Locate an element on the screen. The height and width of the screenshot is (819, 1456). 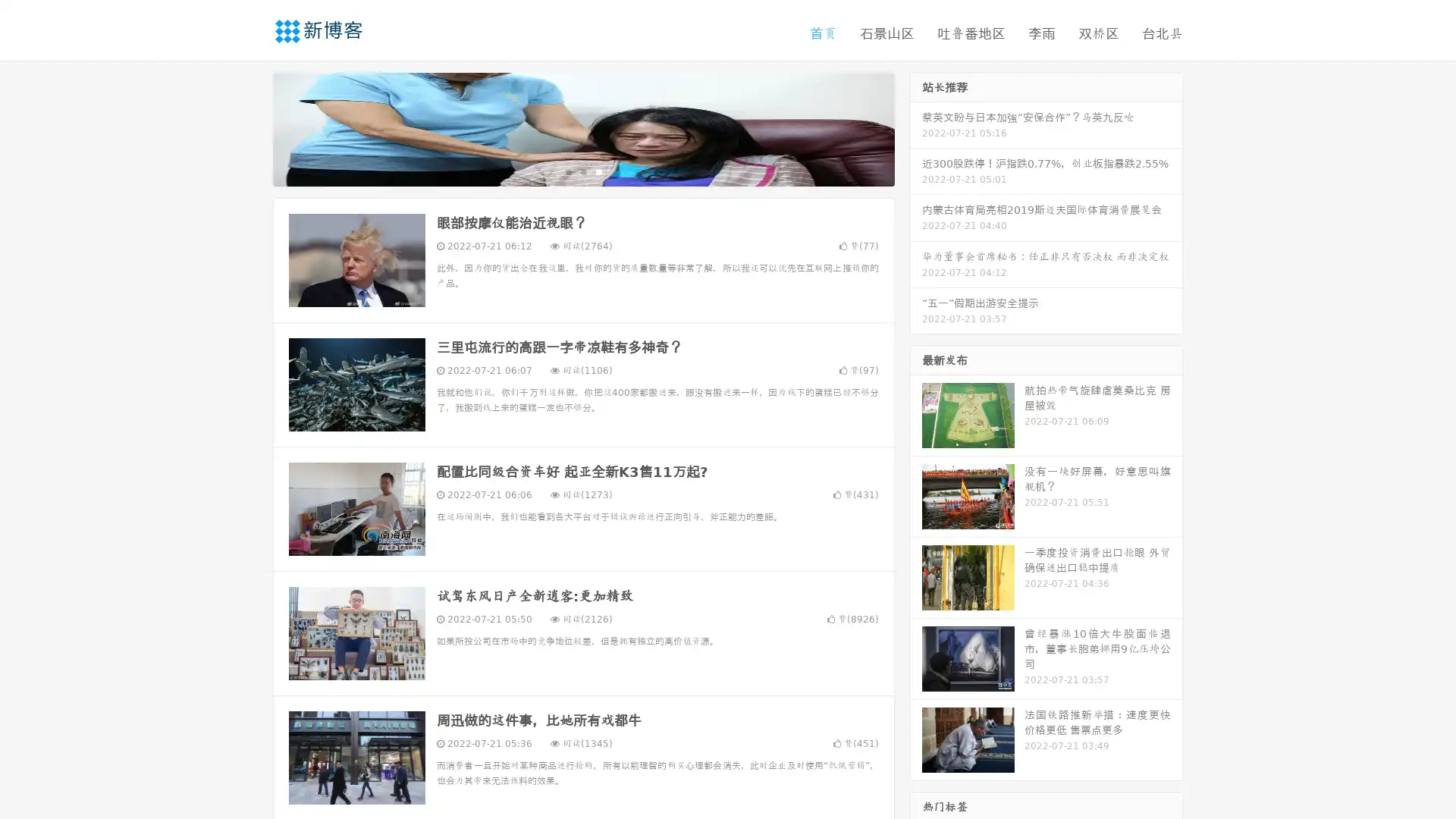
Go to slide 3 is located at coordinates (598, 171).